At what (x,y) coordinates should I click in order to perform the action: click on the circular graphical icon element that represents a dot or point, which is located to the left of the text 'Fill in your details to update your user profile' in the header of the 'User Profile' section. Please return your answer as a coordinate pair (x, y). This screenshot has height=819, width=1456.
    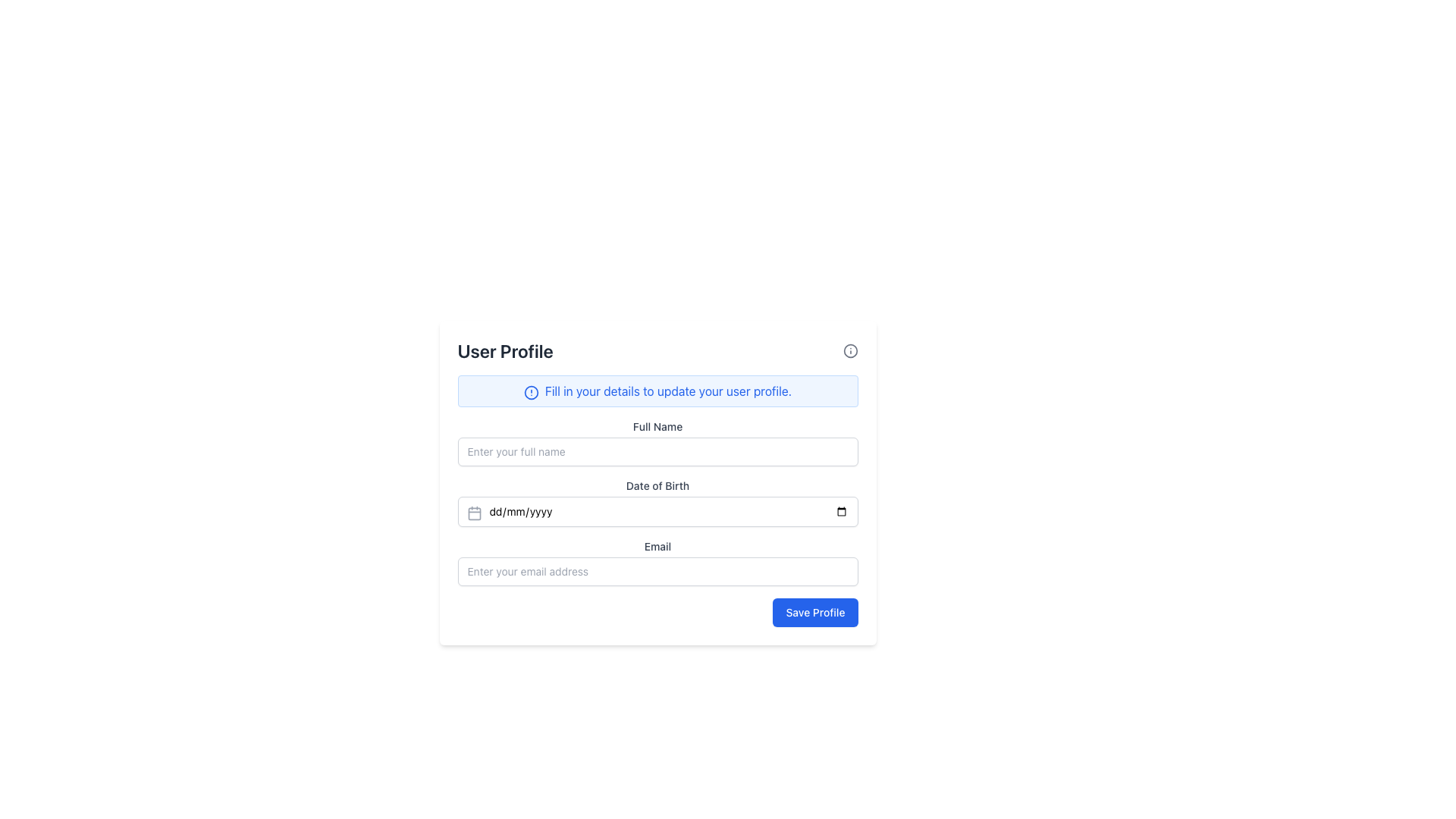
    Looking at the image, I should click on (531, 391).